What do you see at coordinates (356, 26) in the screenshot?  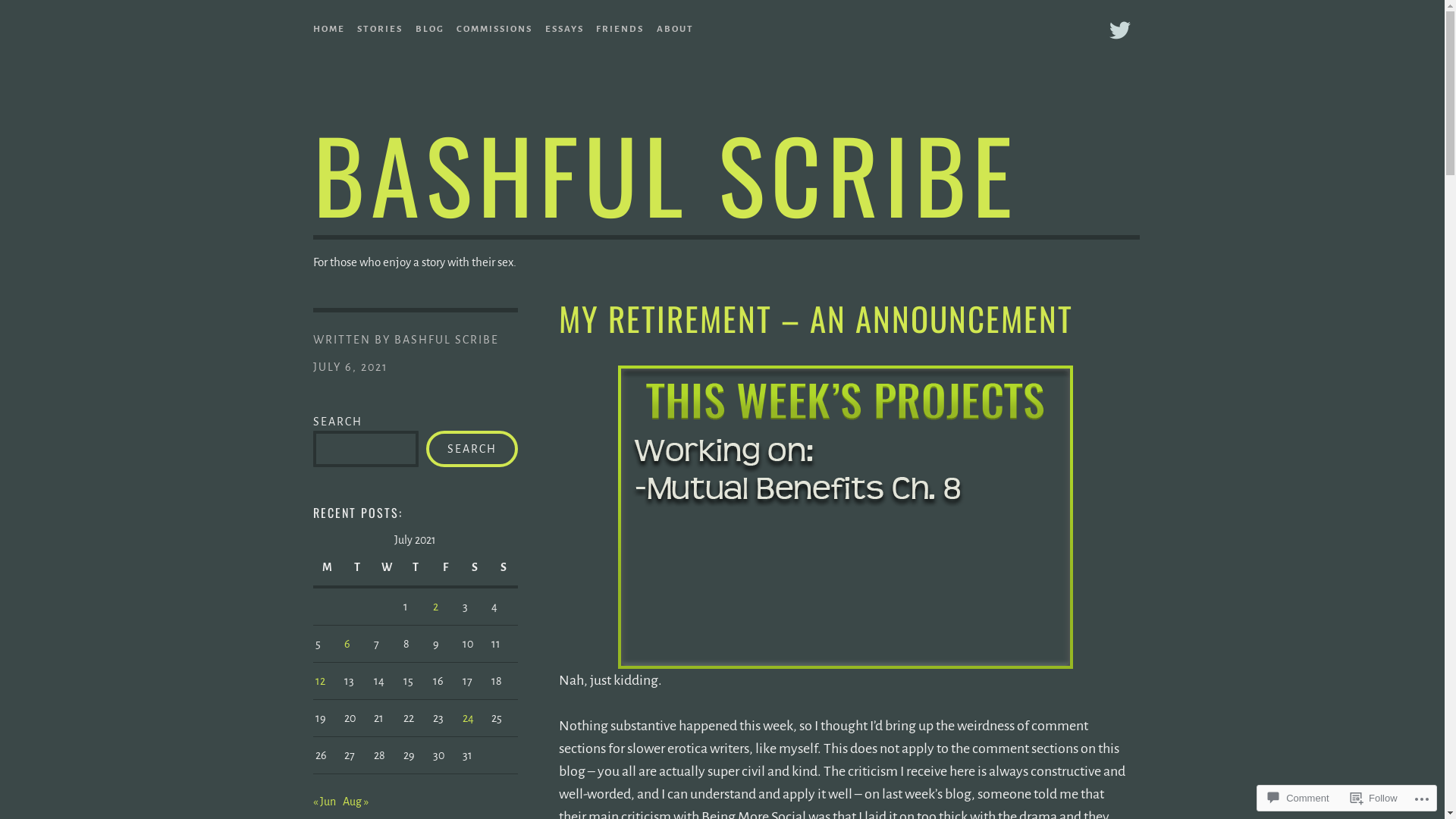 I see `'STORIES'` at bounding box center [356, 26].